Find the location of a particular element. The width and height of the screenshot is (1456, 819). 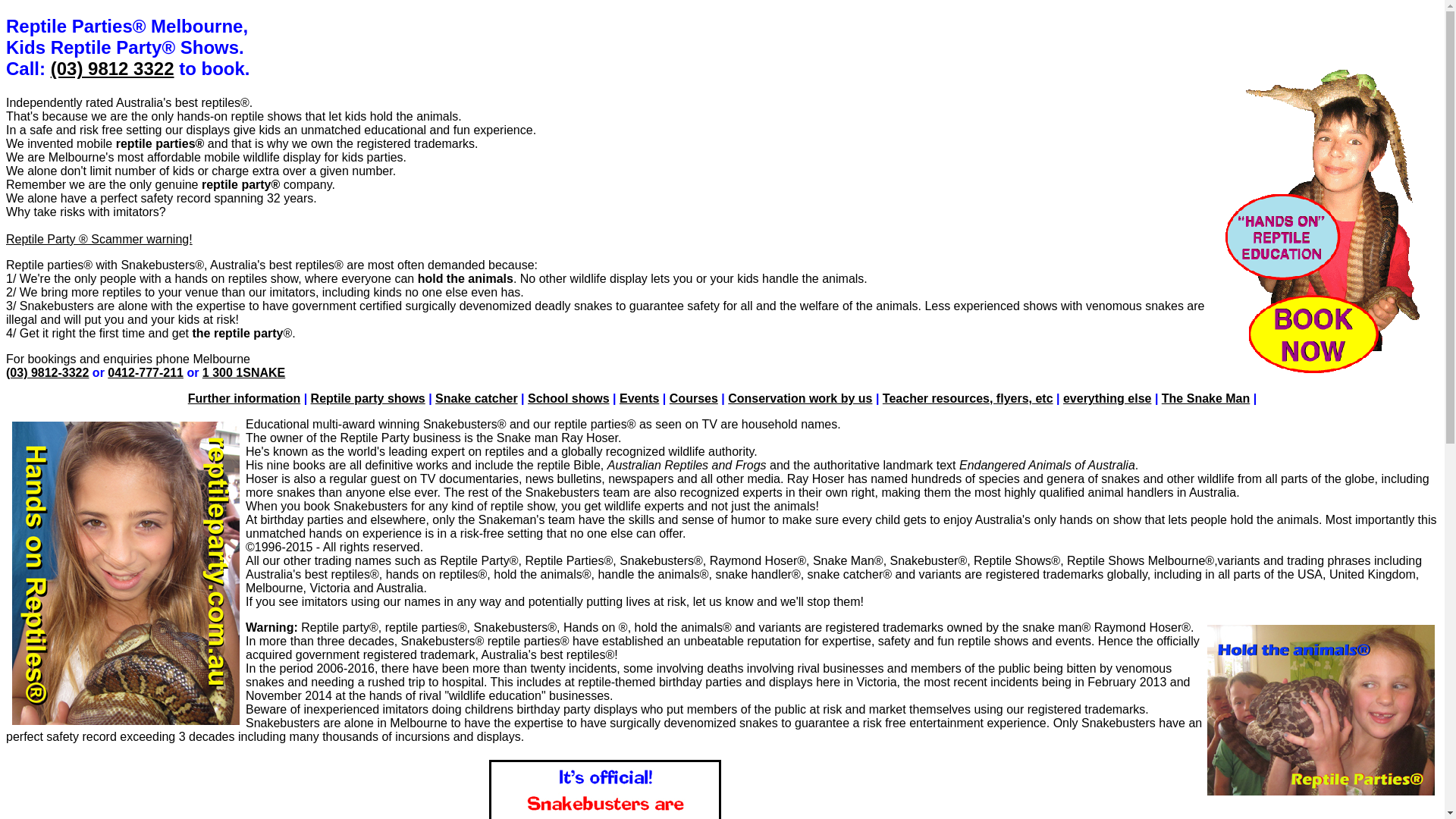

'everything else' is located at coordinates (1107, 397).